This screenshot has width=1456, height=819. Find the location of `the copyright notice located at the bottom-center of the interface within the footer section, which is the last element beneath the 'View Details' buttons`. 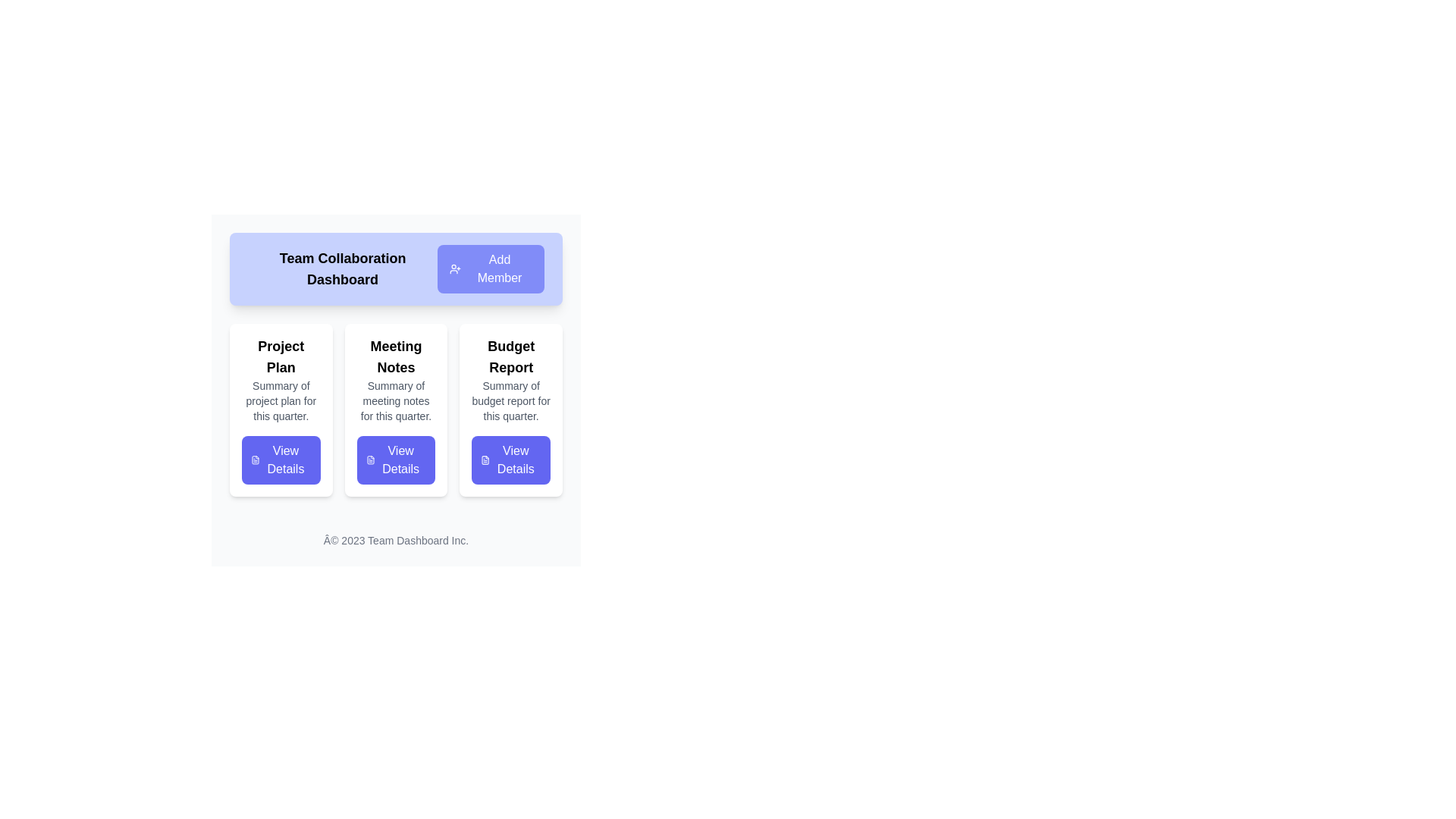

the copyright notice located at the bottom-center of the interface within the footer section, which is the last element beneath the 'View Details' buttons is located at coordinates (396, 540).